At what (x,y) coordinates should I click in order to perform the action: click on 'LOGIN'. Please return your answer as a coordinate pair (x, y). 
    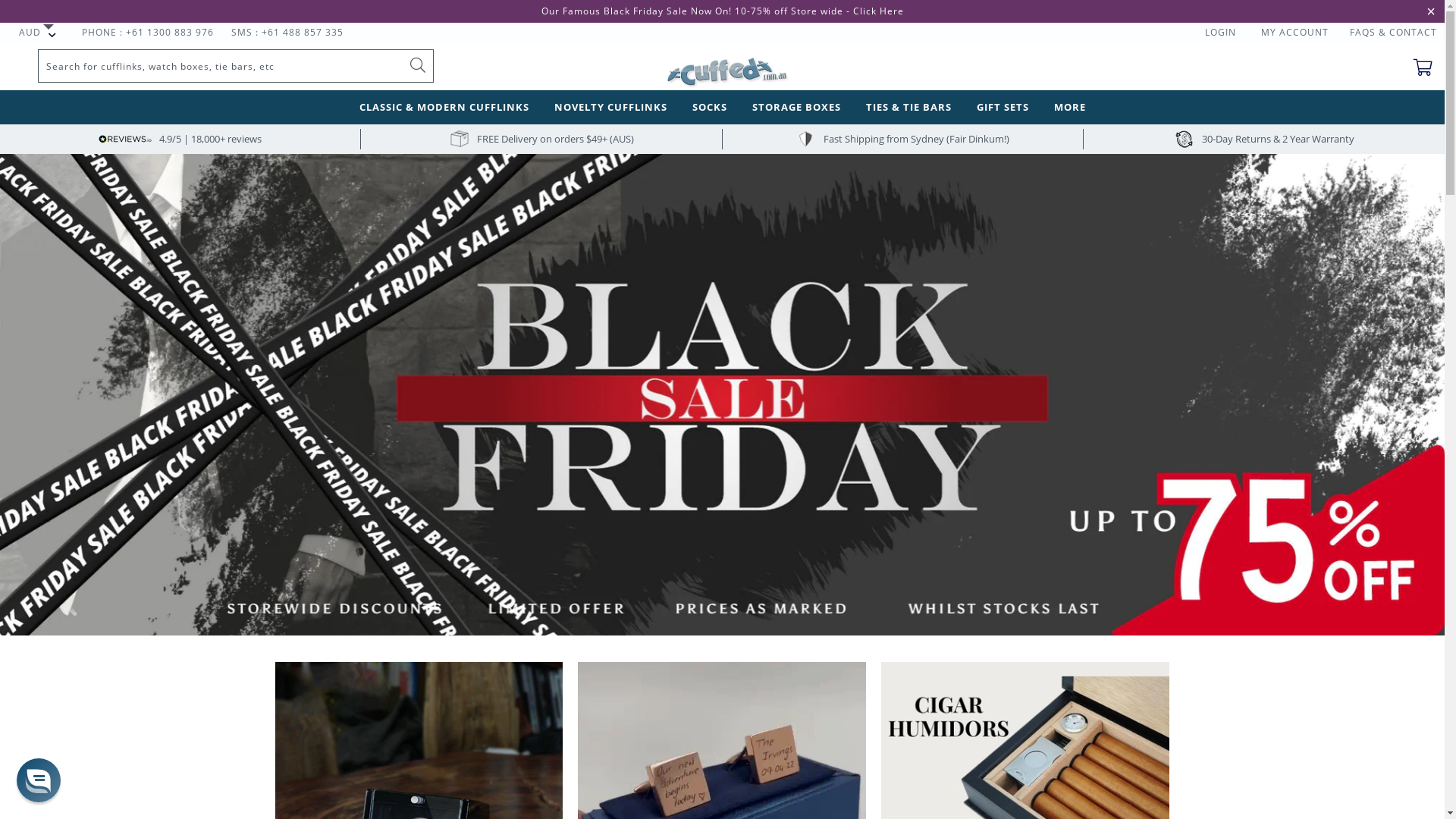
    Looking at the image, I should click on (1220, 32).